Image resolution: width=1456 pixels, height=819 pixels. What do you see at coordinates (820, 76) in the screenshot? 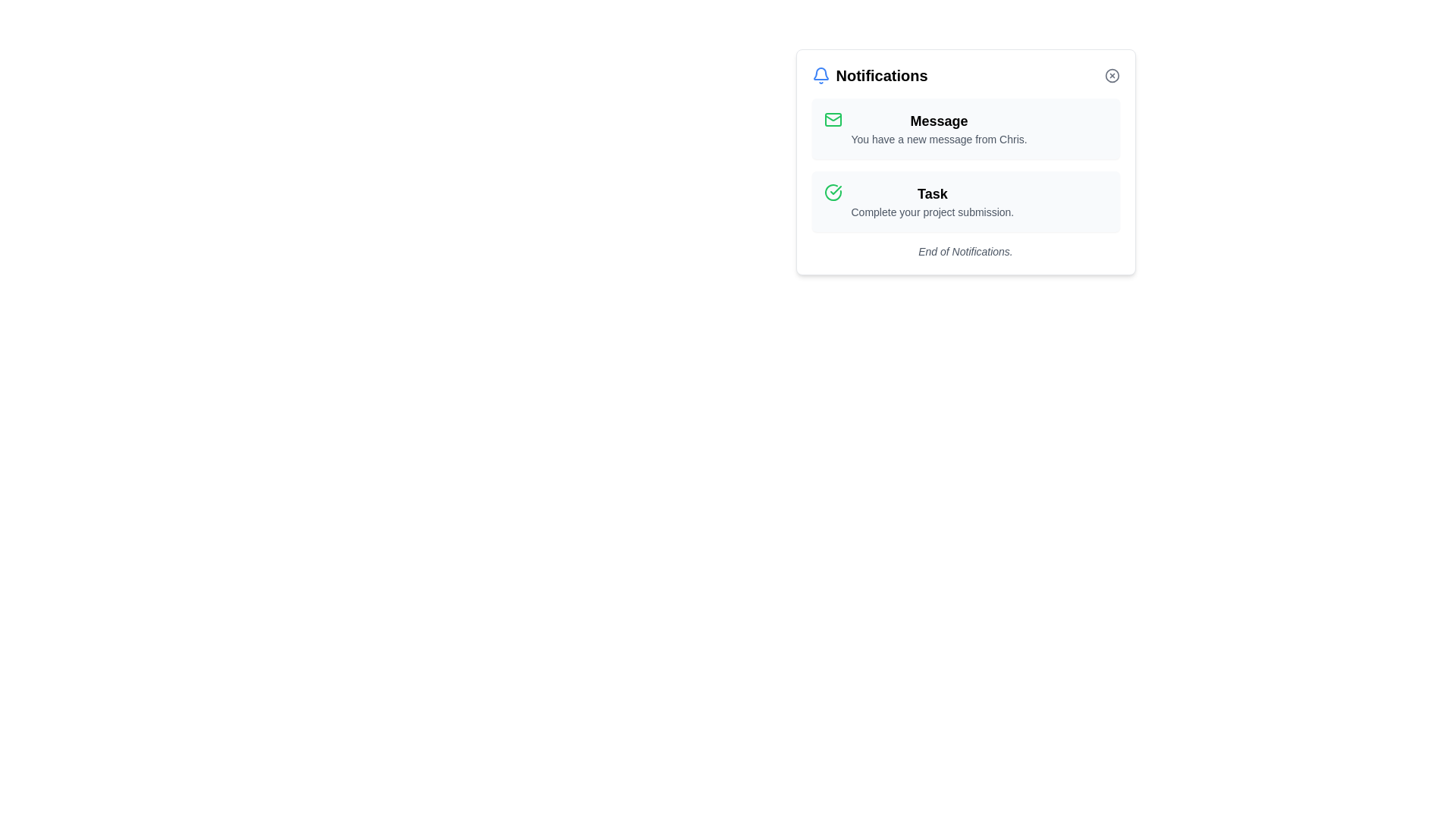
I see `the blue bell icon located in the notification header, which is positioned to the left of the 'Notifications' text` at bounding box center [820, 76].